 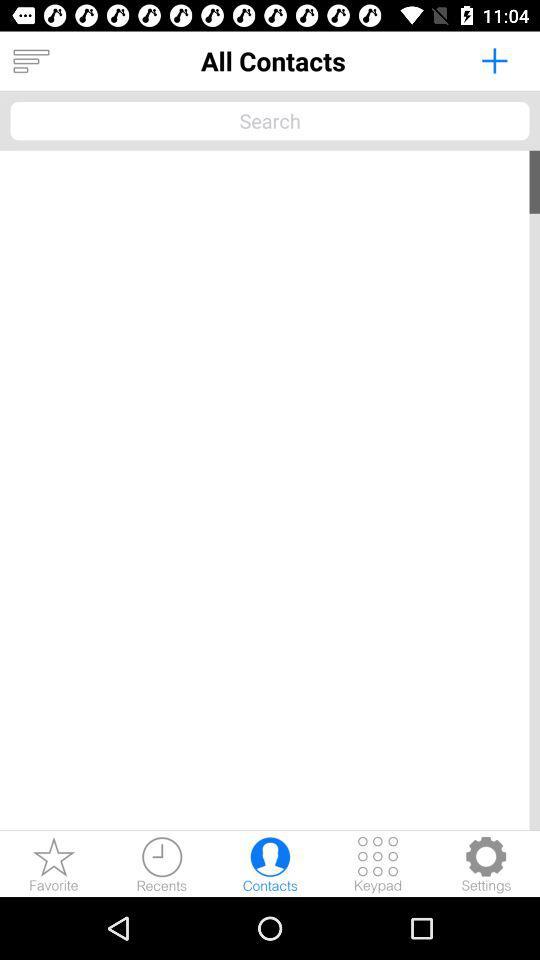 What do you see at coordinates (485, 863) in the screenshot?
I see `settings` at bounding box center [485, 863].